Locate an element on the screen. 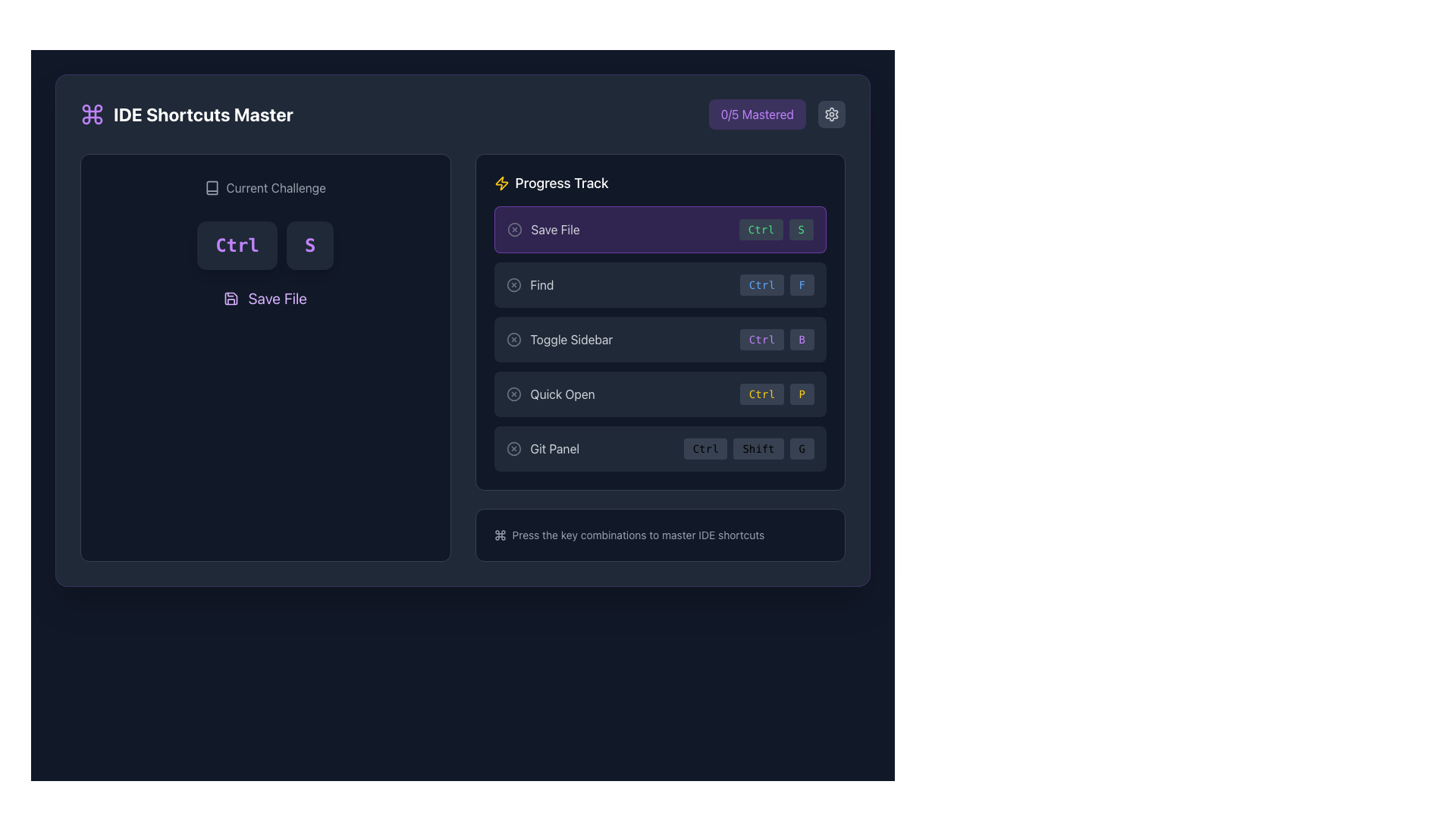  text from the header label positioned at the top section of the interface, which serves as the title for the section is located at coordinates (186, 113).